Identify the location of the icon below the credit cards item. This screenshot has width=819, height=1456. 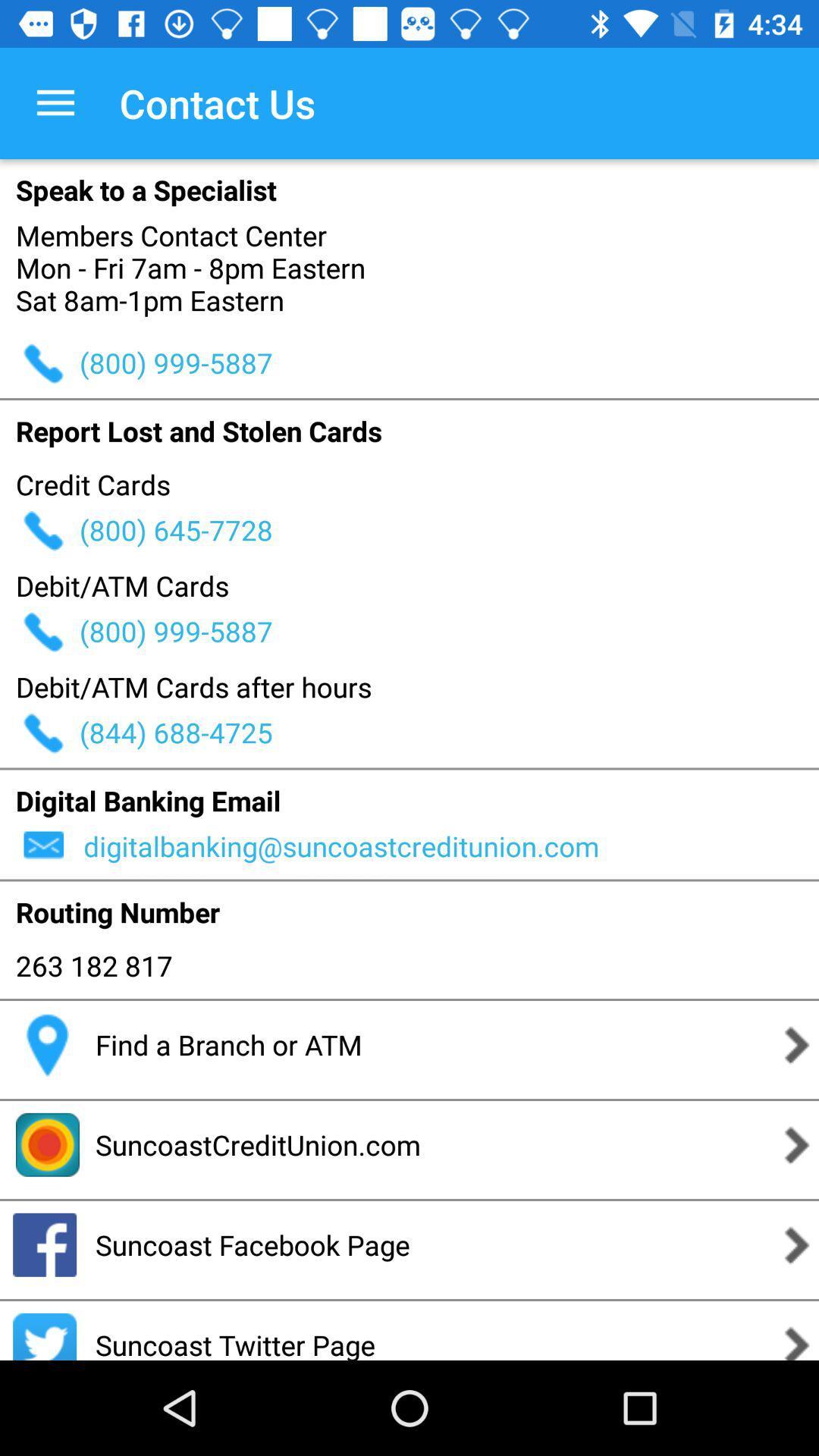
(448, 530).